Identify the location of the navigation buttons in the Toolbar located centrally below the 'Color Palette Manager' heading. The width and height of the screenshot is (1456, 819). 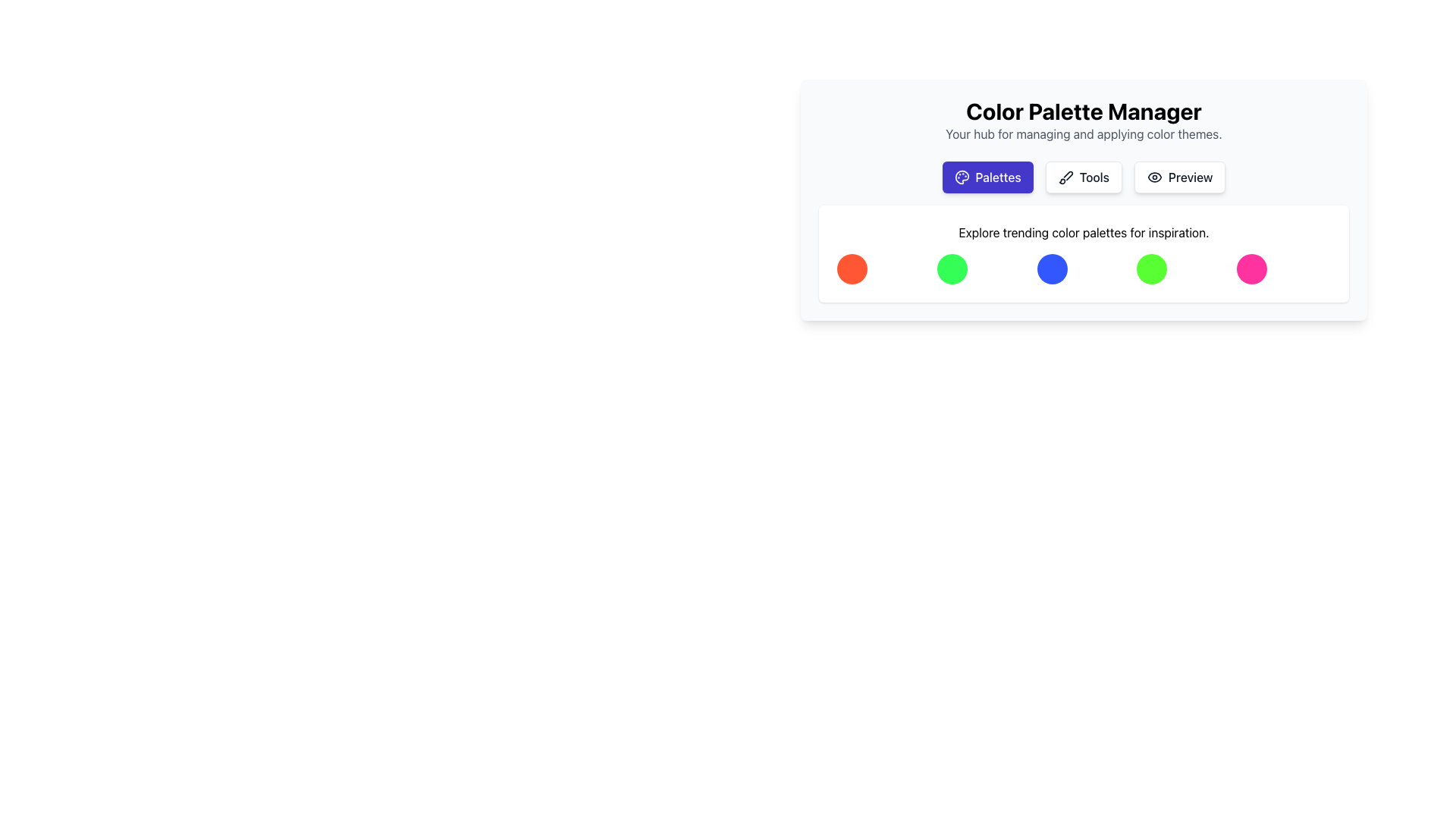
(1083, 177).